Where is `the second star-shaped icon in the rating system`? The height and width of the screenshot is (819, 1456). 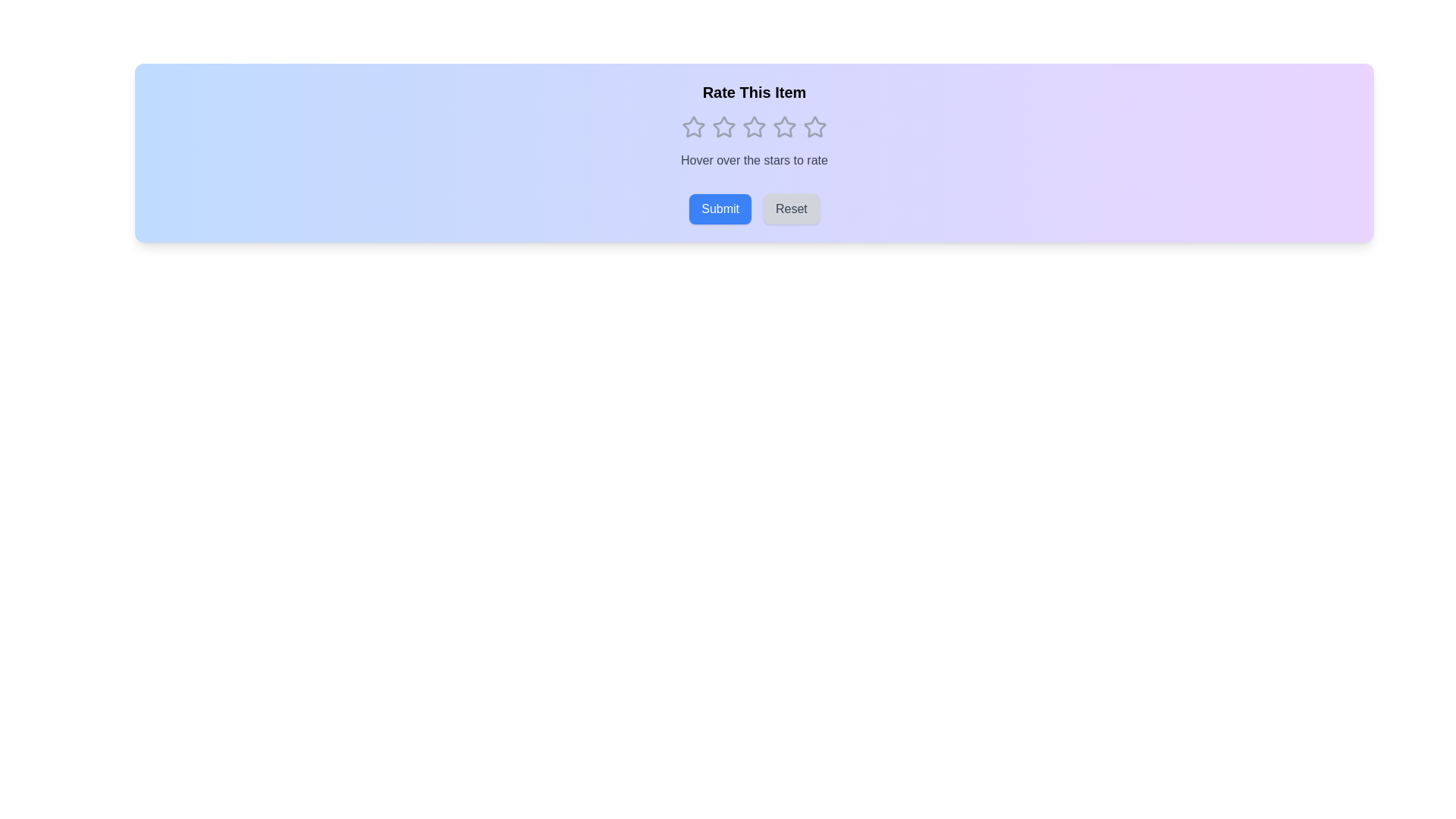
the second star-shaped icon in the rating system is located at coordinates (753, 125).